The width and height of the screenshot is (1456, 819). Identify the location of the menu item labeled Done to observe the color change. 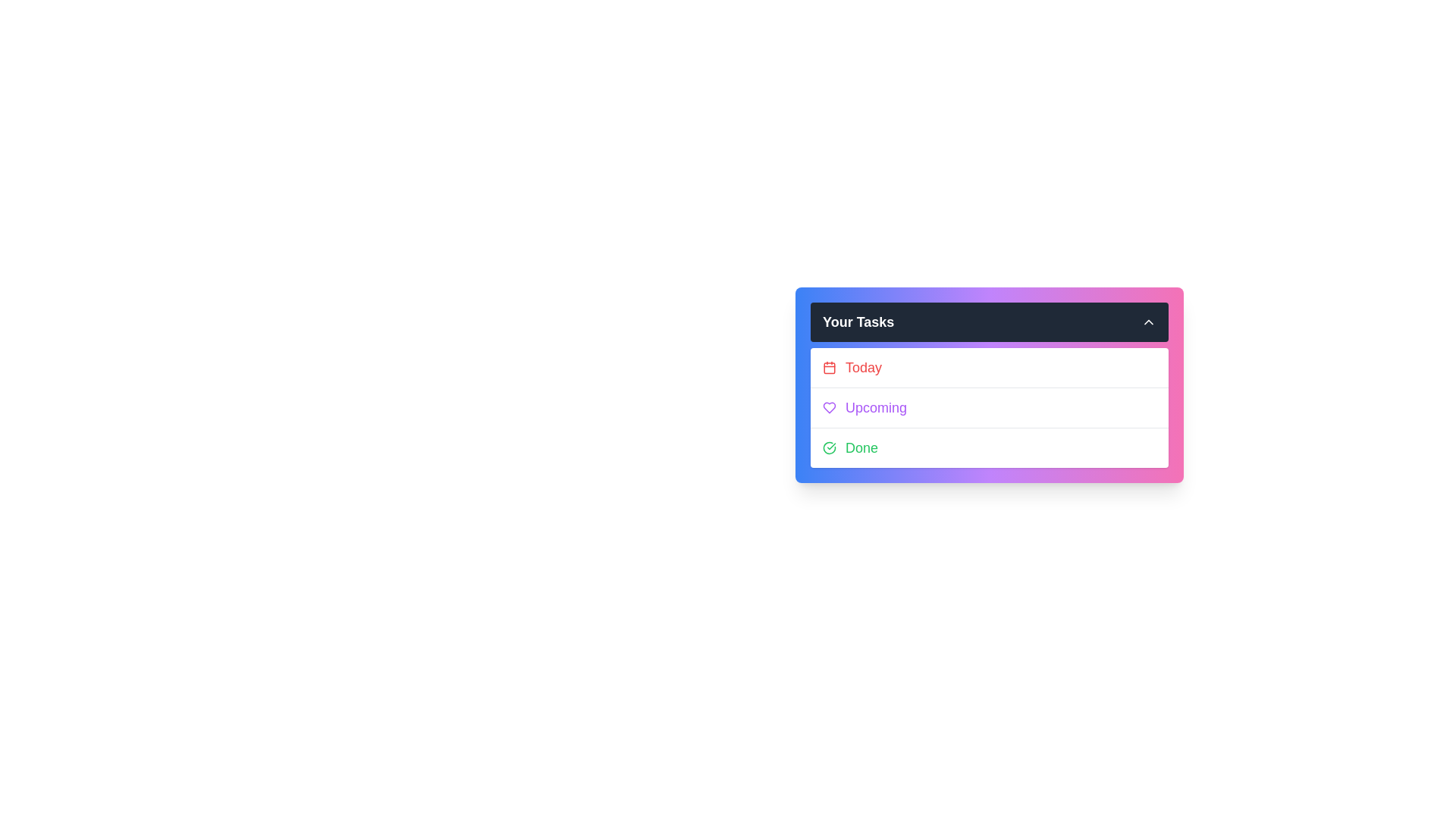
(990, 447).